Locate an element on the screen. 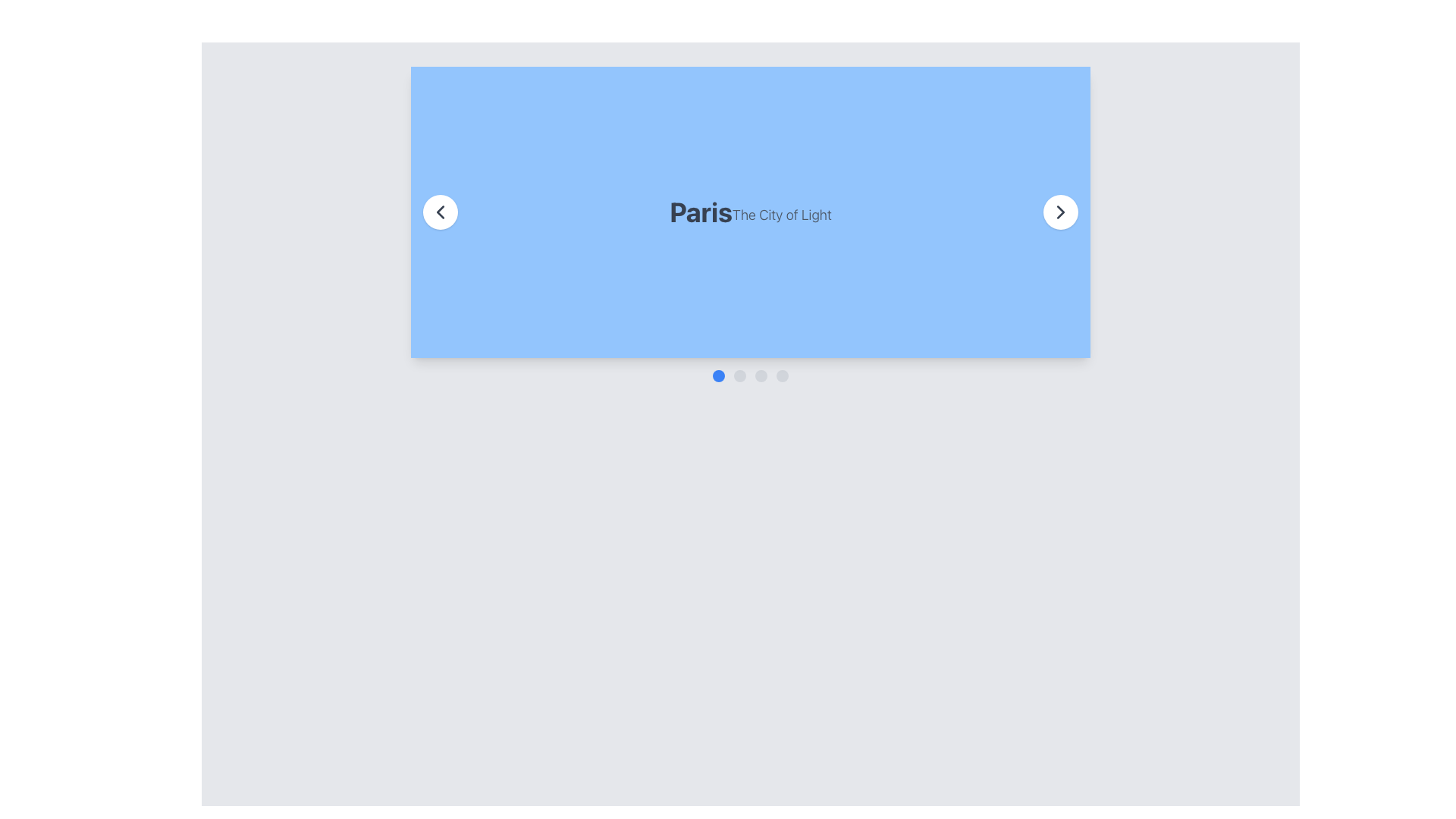 The height and width of the screenshot is (819, 1456). the prominently displayed text 'Paris' in large, bold, gray font is located at coordinates (700, 212).